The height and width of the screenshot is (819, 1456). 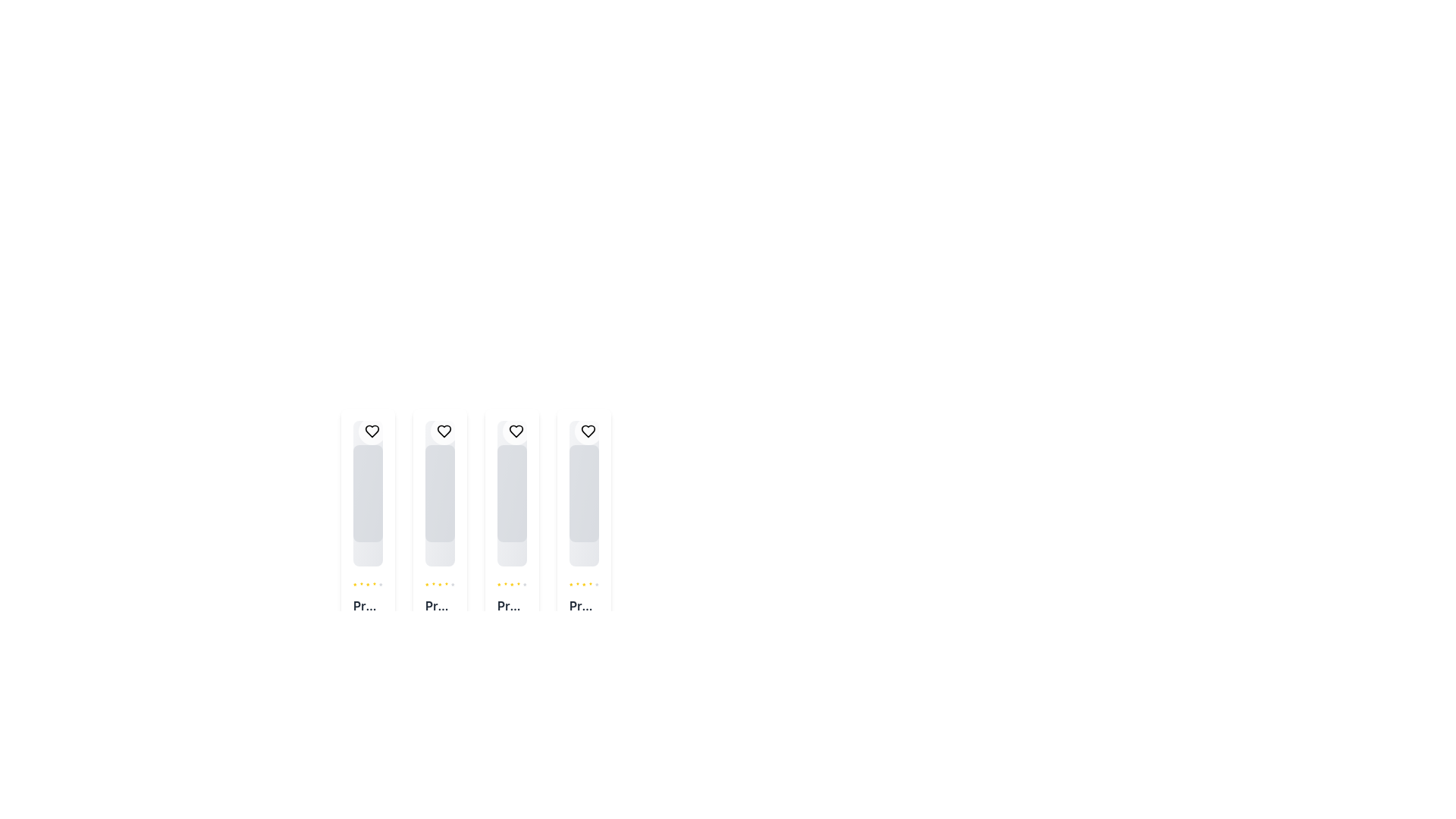 What do you see at coordinates (443, 431) in the screenshot?
I see `the 'favorite' button located` at bounding box center [443, 431].